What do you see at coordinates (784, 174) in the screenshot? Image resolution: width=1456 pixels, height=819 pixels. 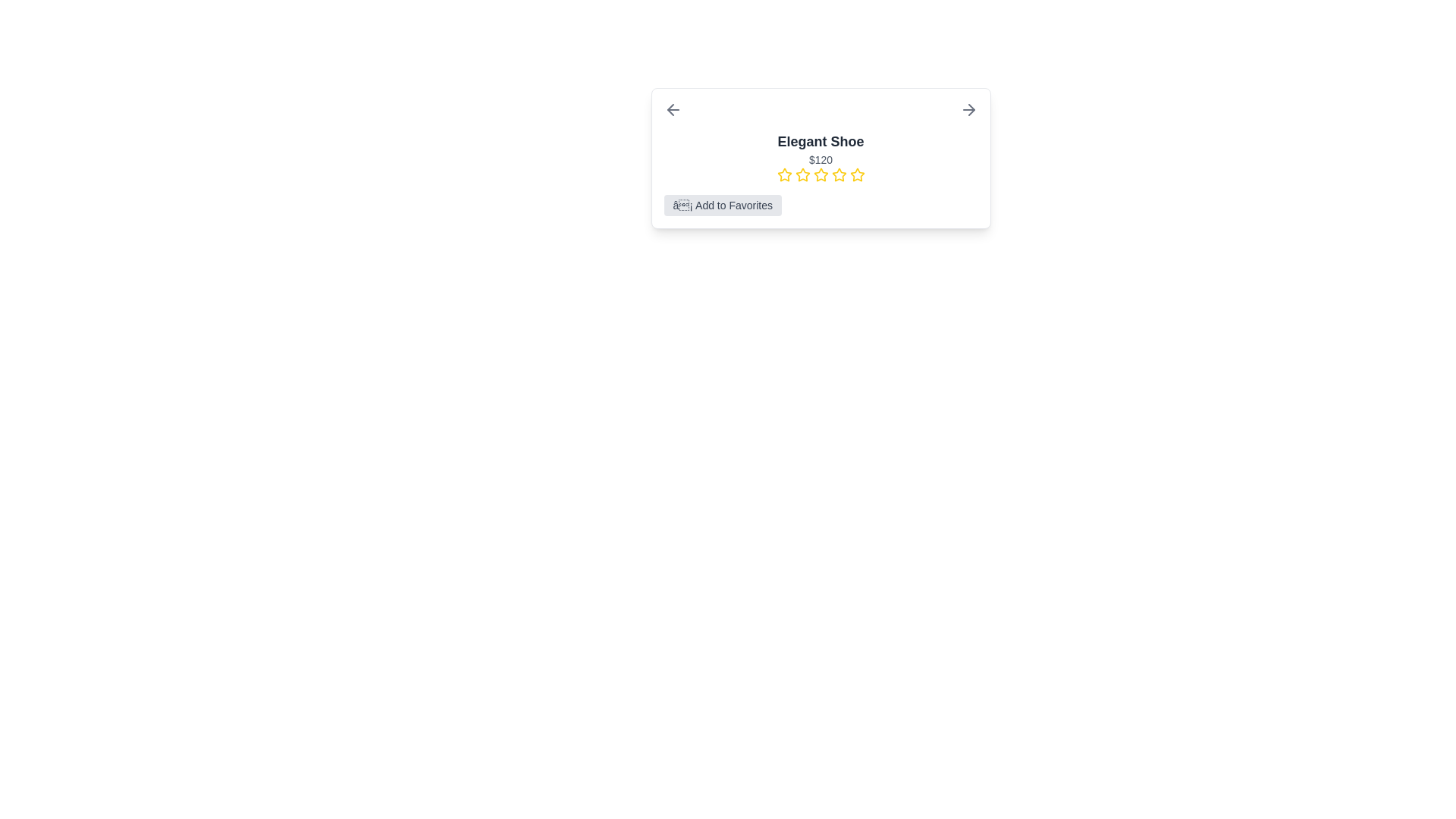 I see `the first star-shaped rating icon, which is yellow with a hollow center, located under the price '$120'` at bounding box center [784, 174].